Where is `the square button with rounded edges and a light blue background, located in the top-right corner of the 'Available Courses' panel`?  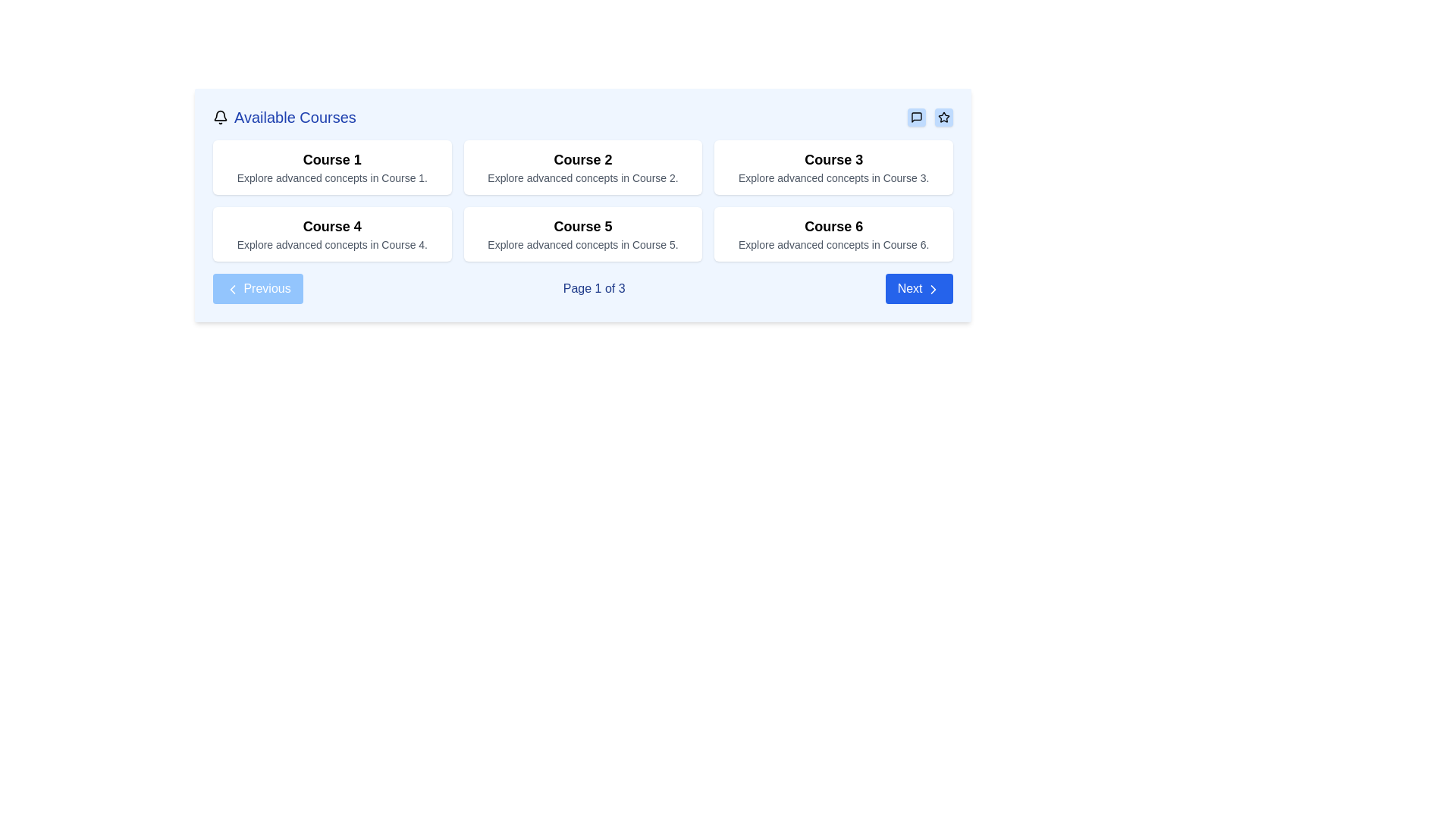
the square button with rounded edges and a light blue background, located in the top-right corner of the 'Available Courses' panel is located at coordinates (916, 116).